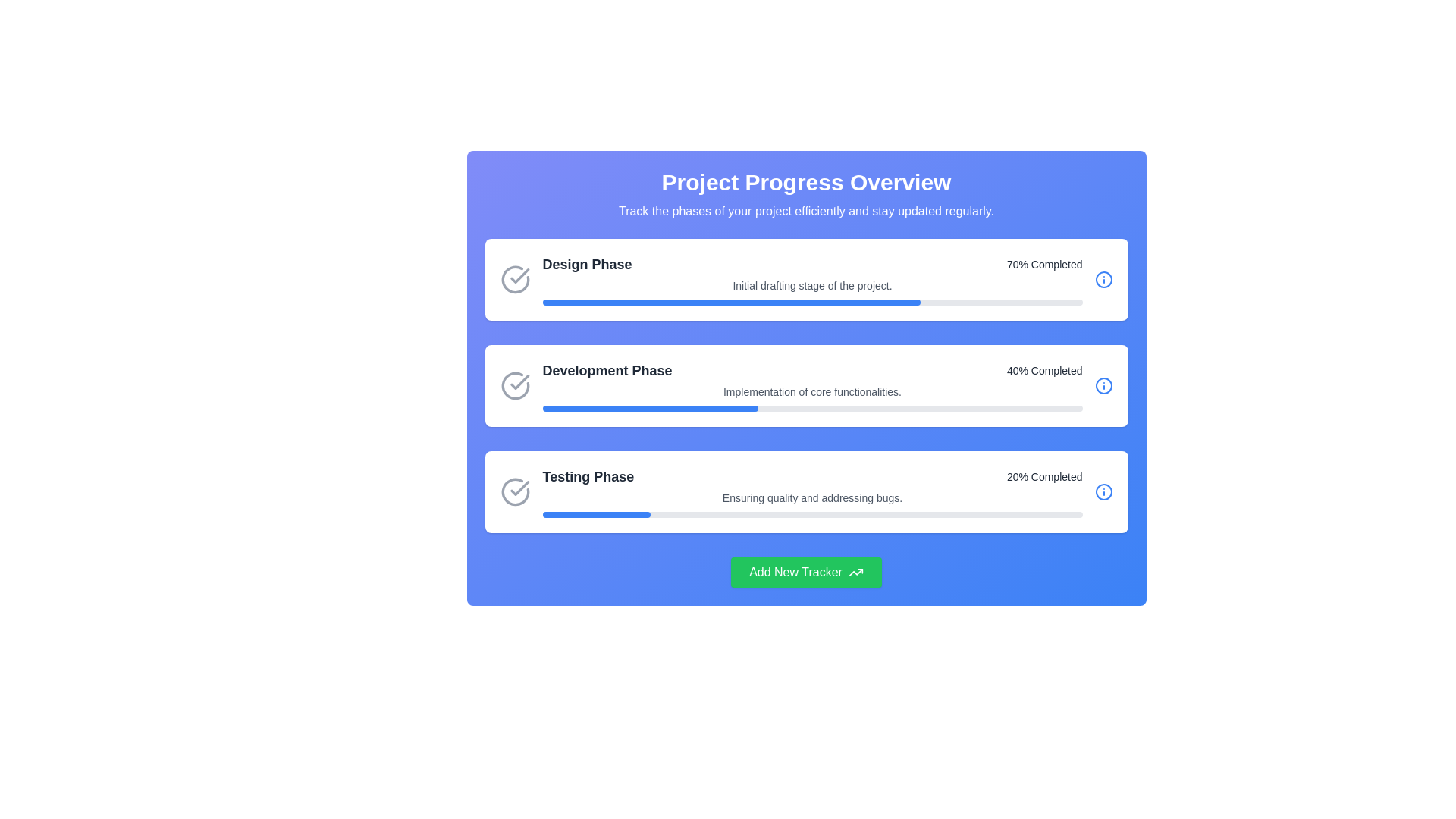 The width and height of the screenshot is (1456, 819). I want to click on the blue SVG circle information icon located on the right side of the 'Testing Phase' tracker, so click(1103, 491).